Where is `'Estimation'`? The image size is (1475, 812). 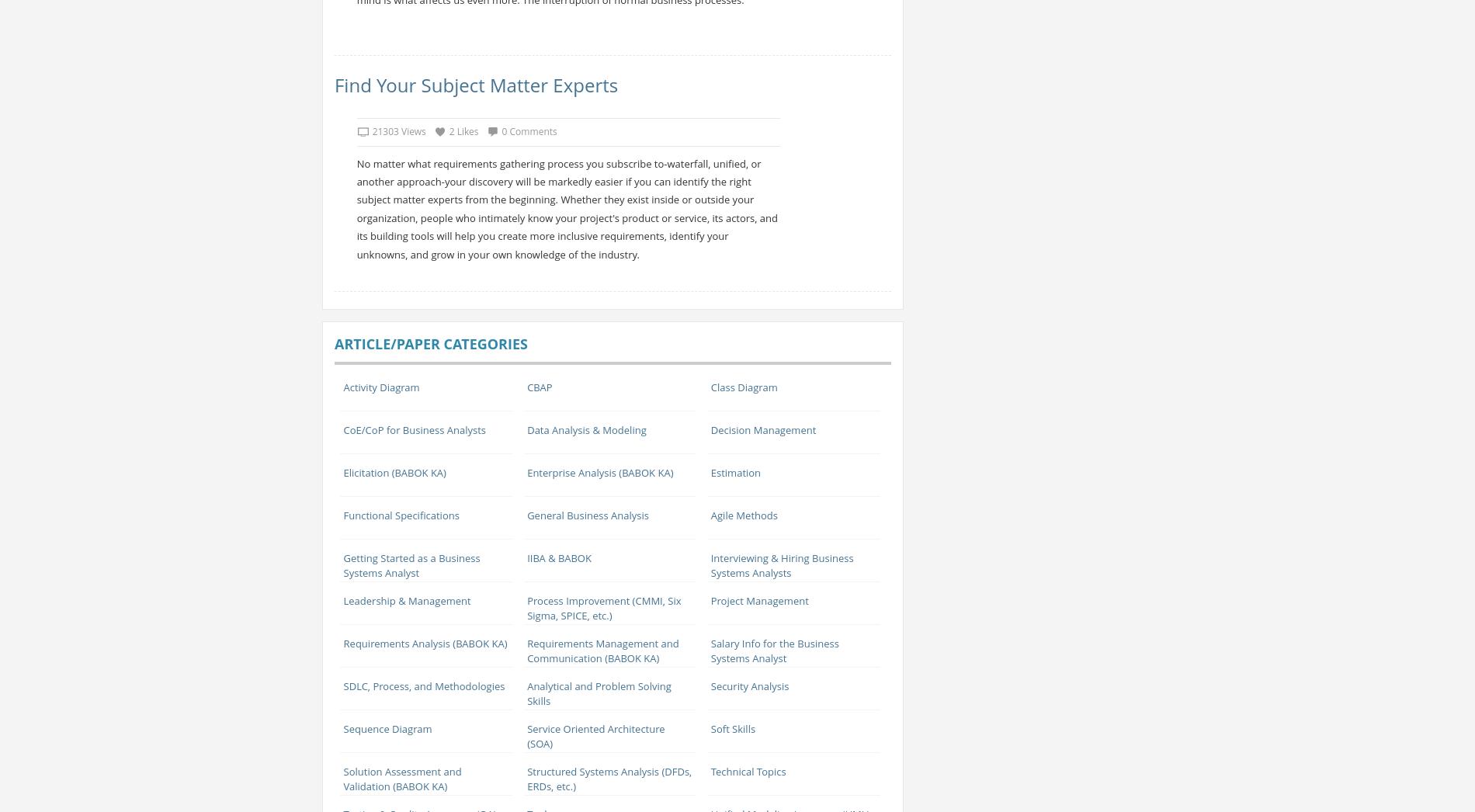 'Estimation' is located at coordinates (734, 472).